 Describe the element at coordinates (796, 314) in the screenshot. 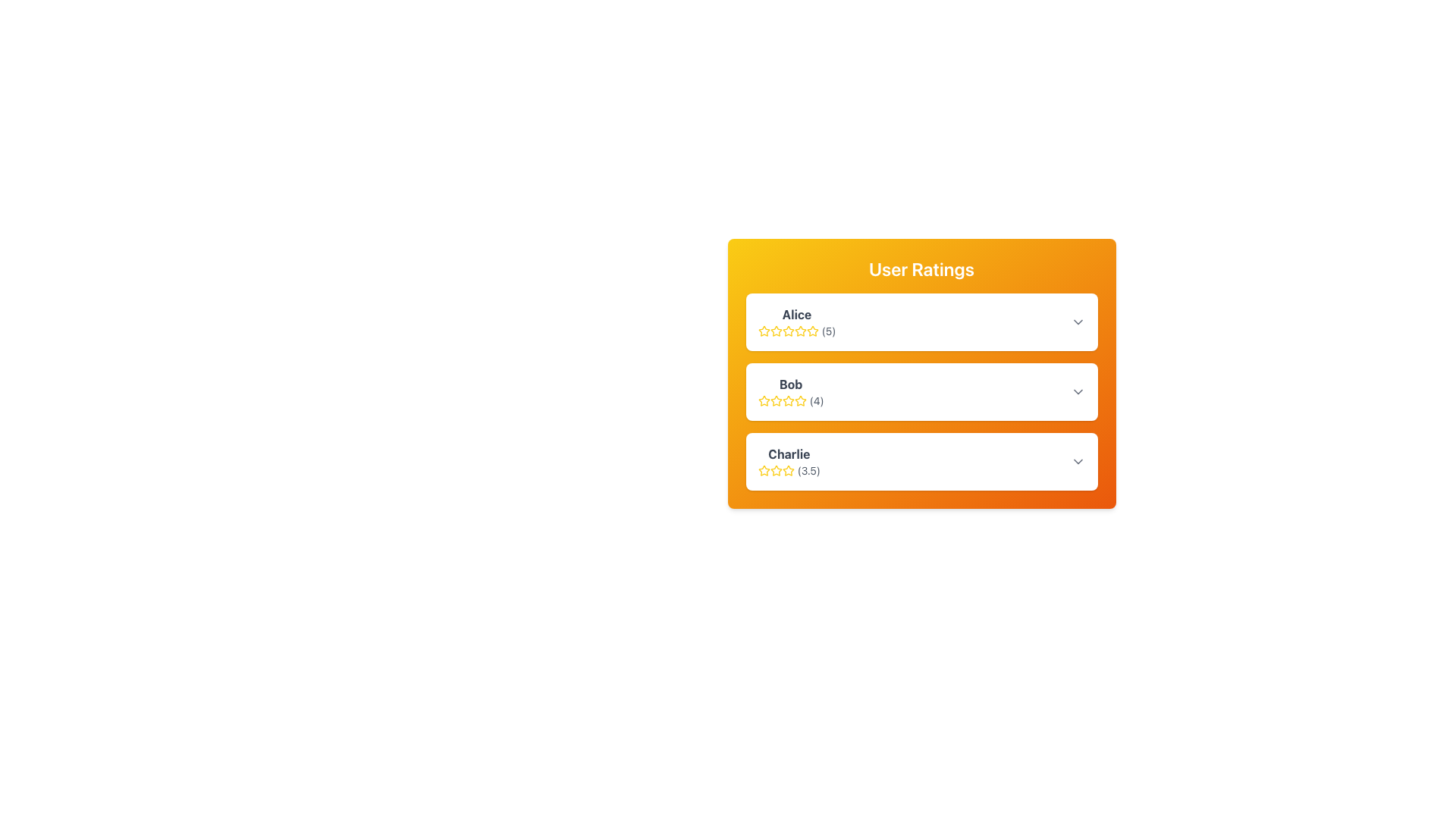

I see `the text label identifying user 'Alice' in the ratings card, positioned at the top left above the stars and rating count` at that location.